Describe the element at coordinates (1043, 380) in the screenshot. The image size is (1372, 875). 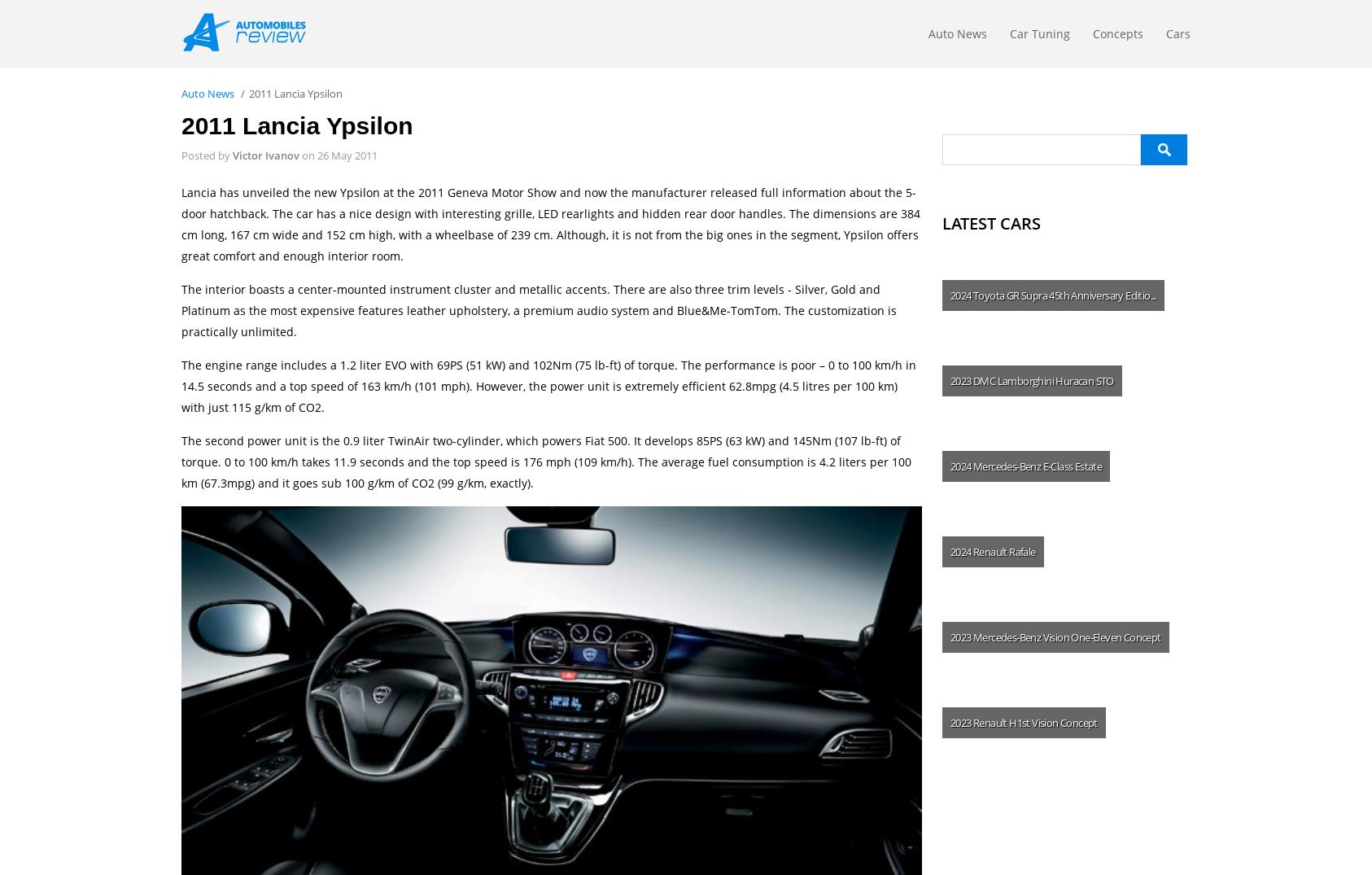
I see `'DMC Lamborghini Huracan STO'` at that location.